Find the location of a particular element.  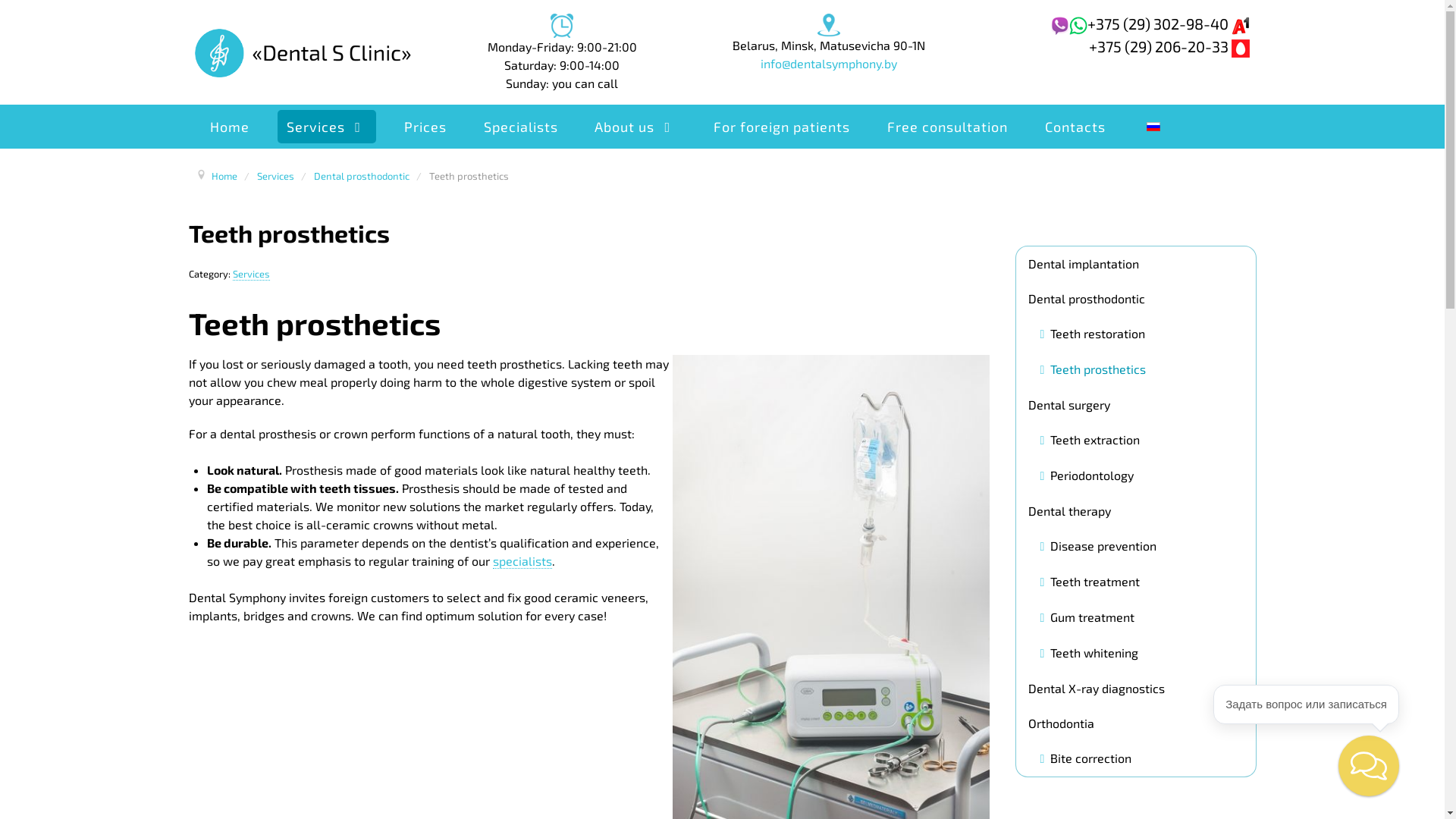

'Specialists' is located at coordinates (520, 125).